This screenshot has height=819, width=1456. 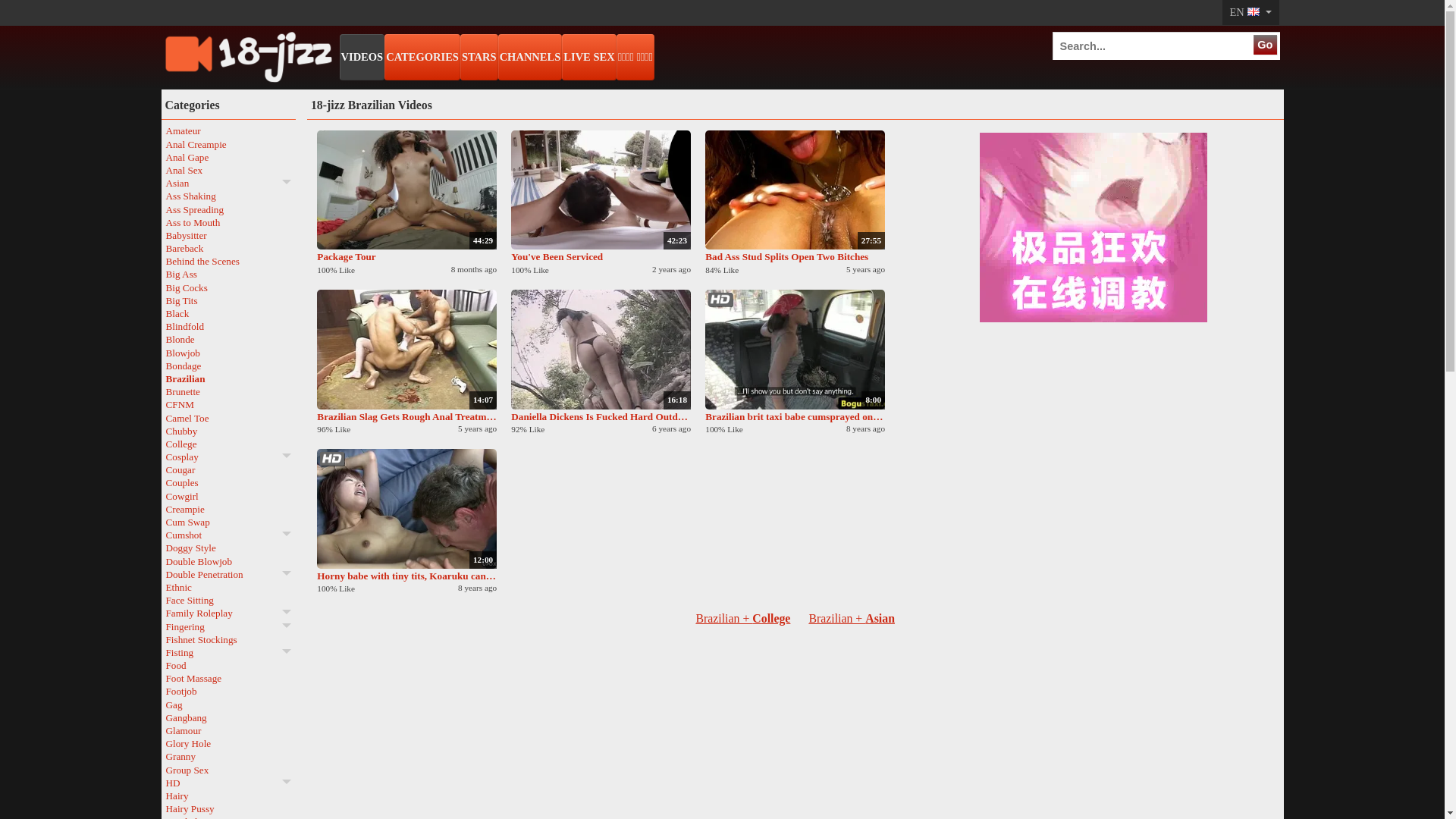 What do you see at coordinates (227, 444) in the screenshot?
I see `'College'` at bounding box center [227, 444].